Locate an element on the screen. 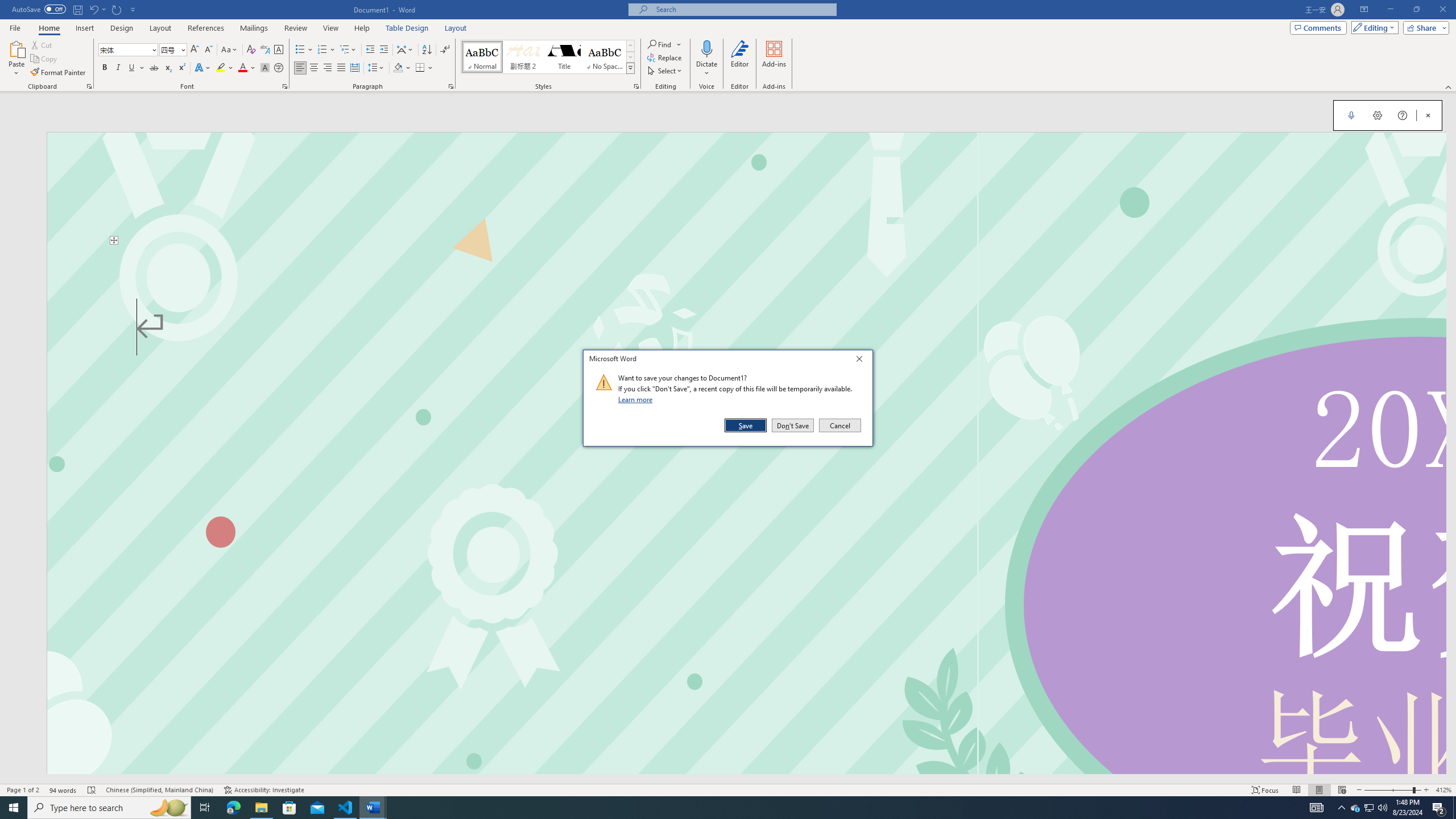 This screenshot has height=819, width=1456. 'Spelling and Grammar Check Errors' is located at coordinates (23, 790).